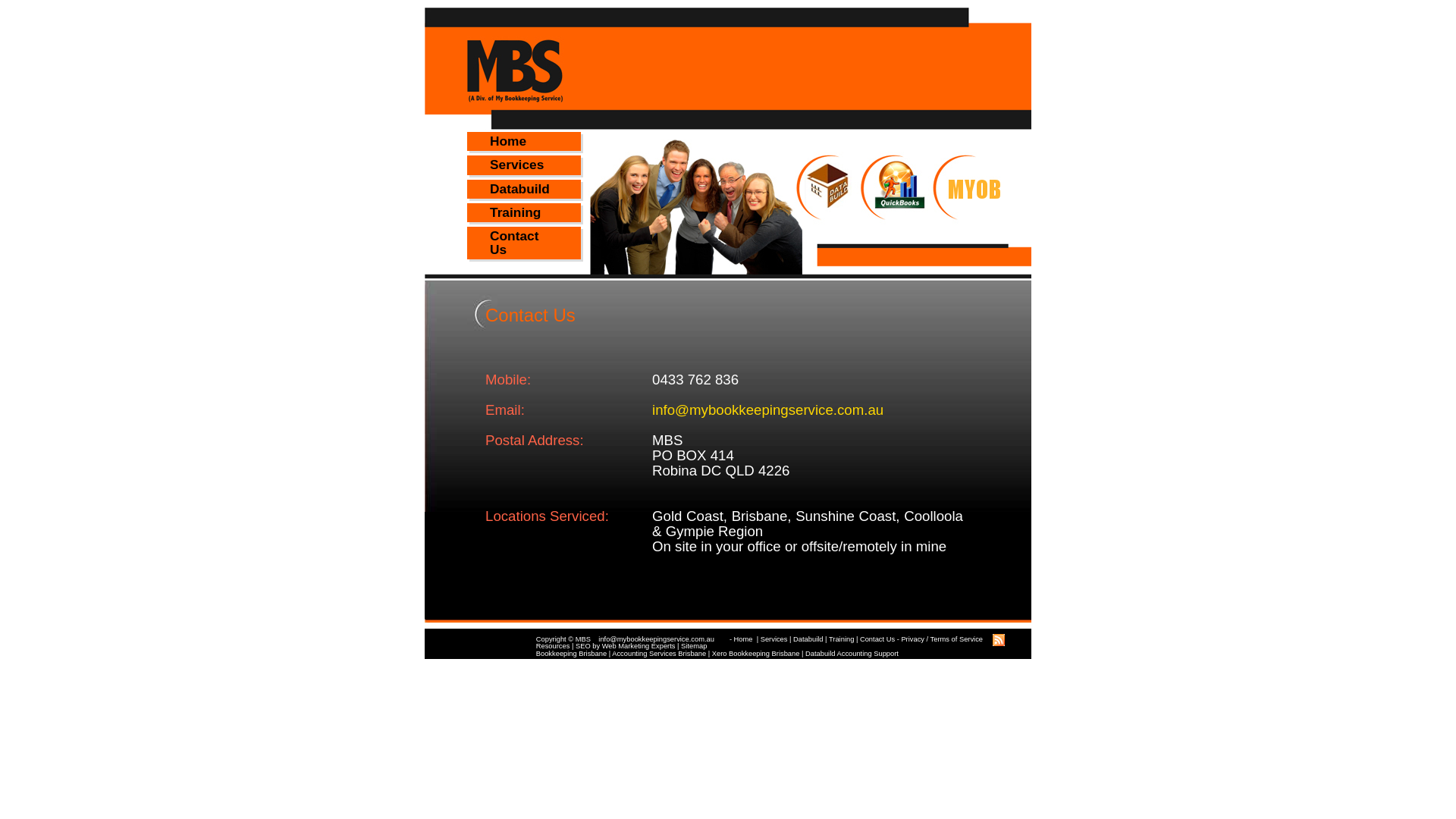  Describe the element at coordinates (756, 652) in the screenshot. I see `'Xero Bookkeeping Brisbane'` at that location.